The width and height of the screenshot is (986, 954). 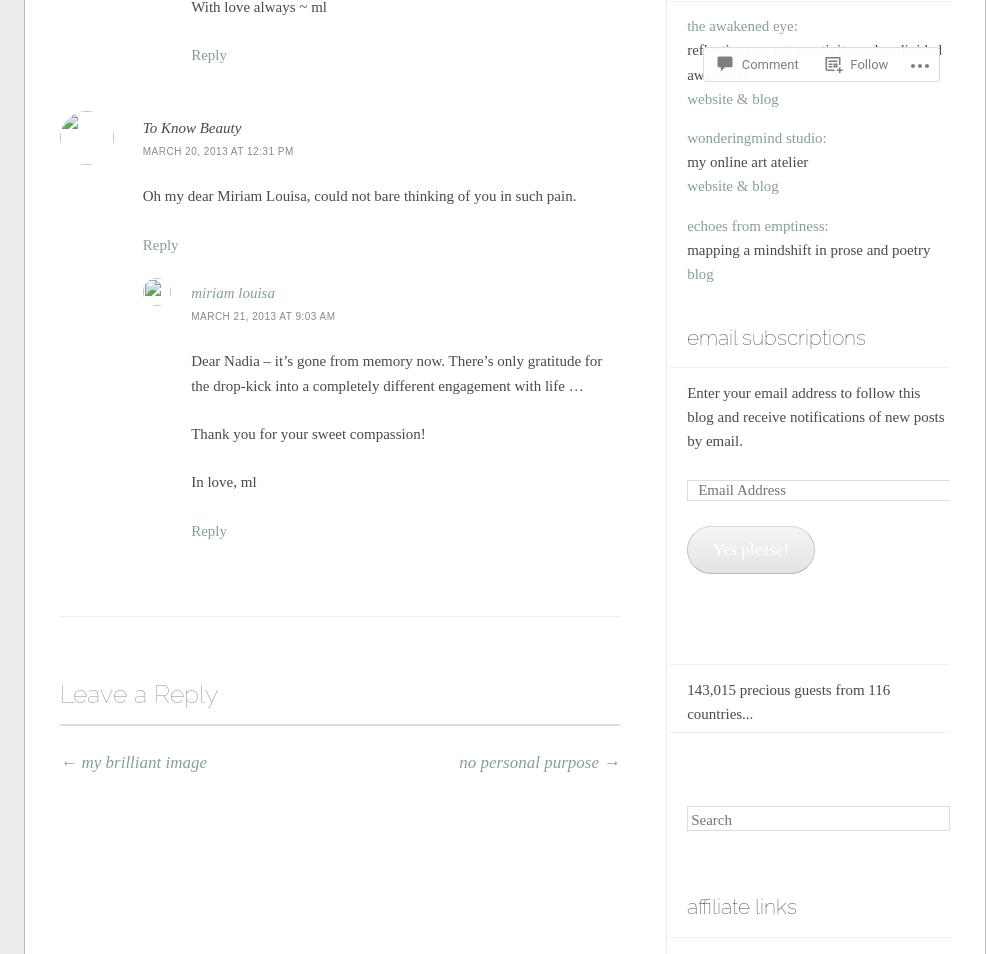 I want to click on 'mapping a mindshift in prose and poetry', so click(x=686, y=248).